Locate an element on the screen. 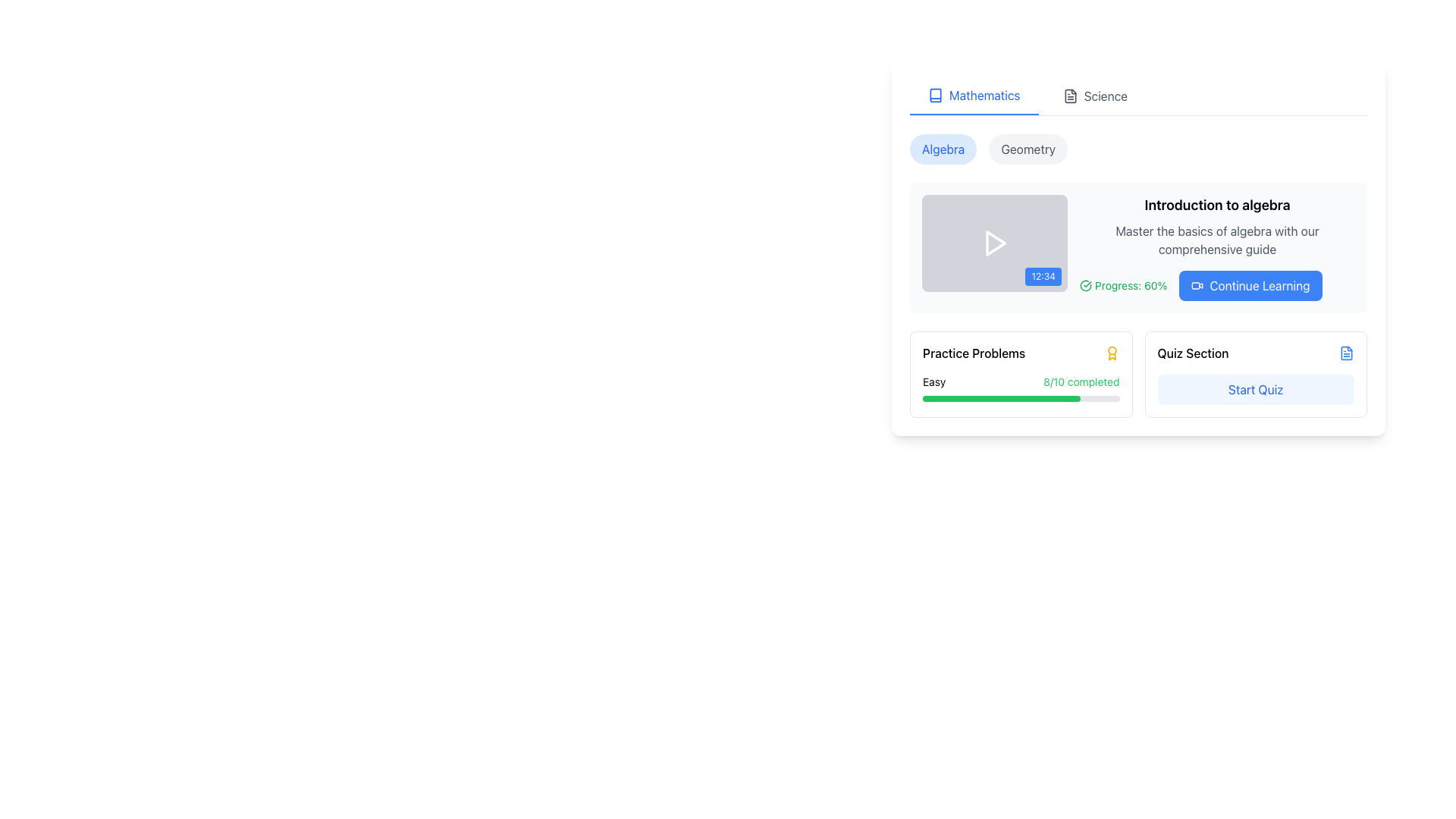 The width and height of the screenshot is (1456, 819). the static informational text that displays the completion status of practice problems, located below the 'Practice Problems' header and adjacent to a progress bar is located at coordinates (1081, 381).